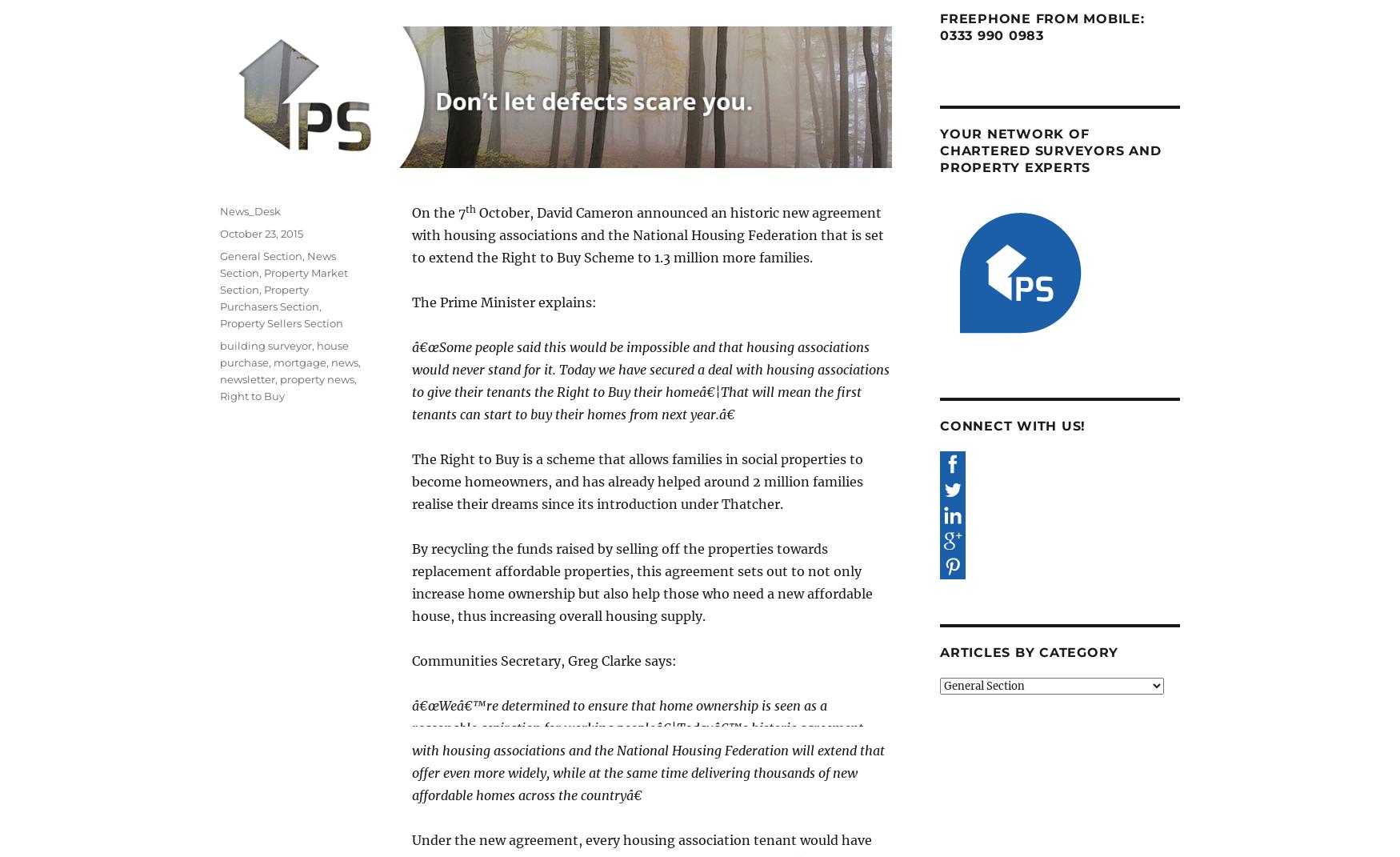 The height and width of the screenshot is (857, 1400). I want to click on 'Freephone from mobile: 0333 990 0983', so click(1041, 26).